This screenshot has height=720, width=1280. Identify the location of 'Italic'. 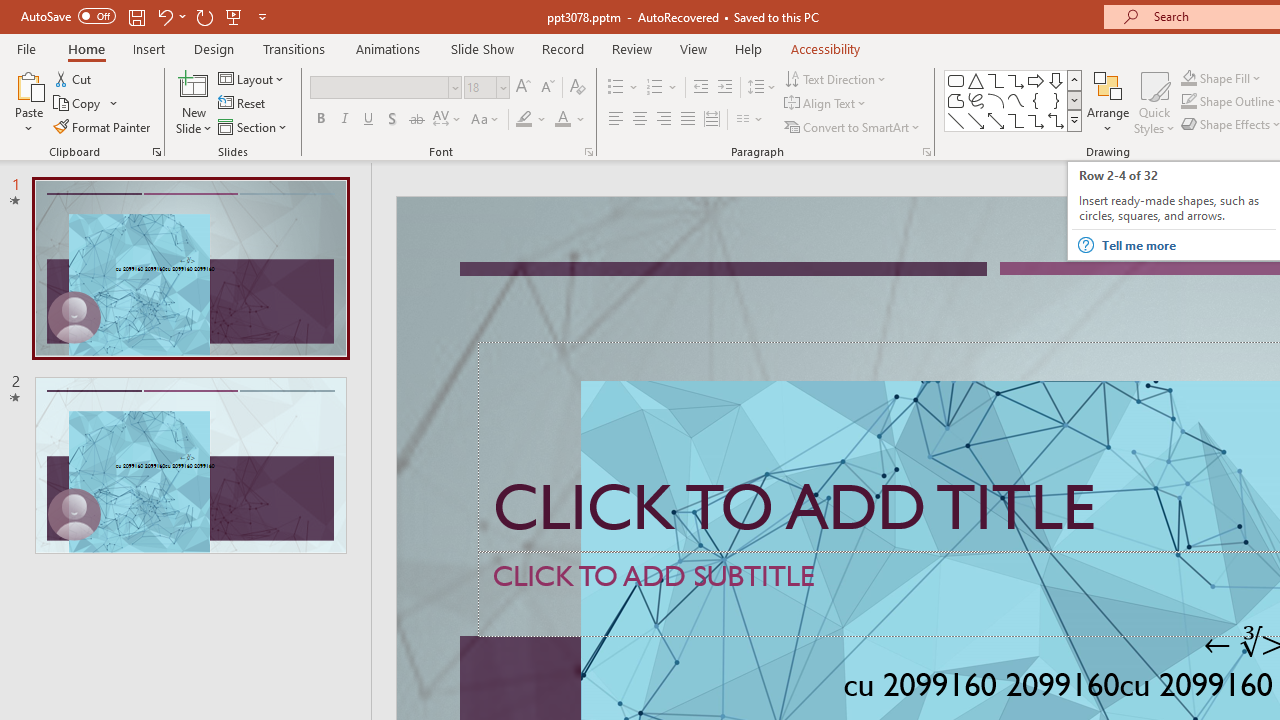
(344, 119).